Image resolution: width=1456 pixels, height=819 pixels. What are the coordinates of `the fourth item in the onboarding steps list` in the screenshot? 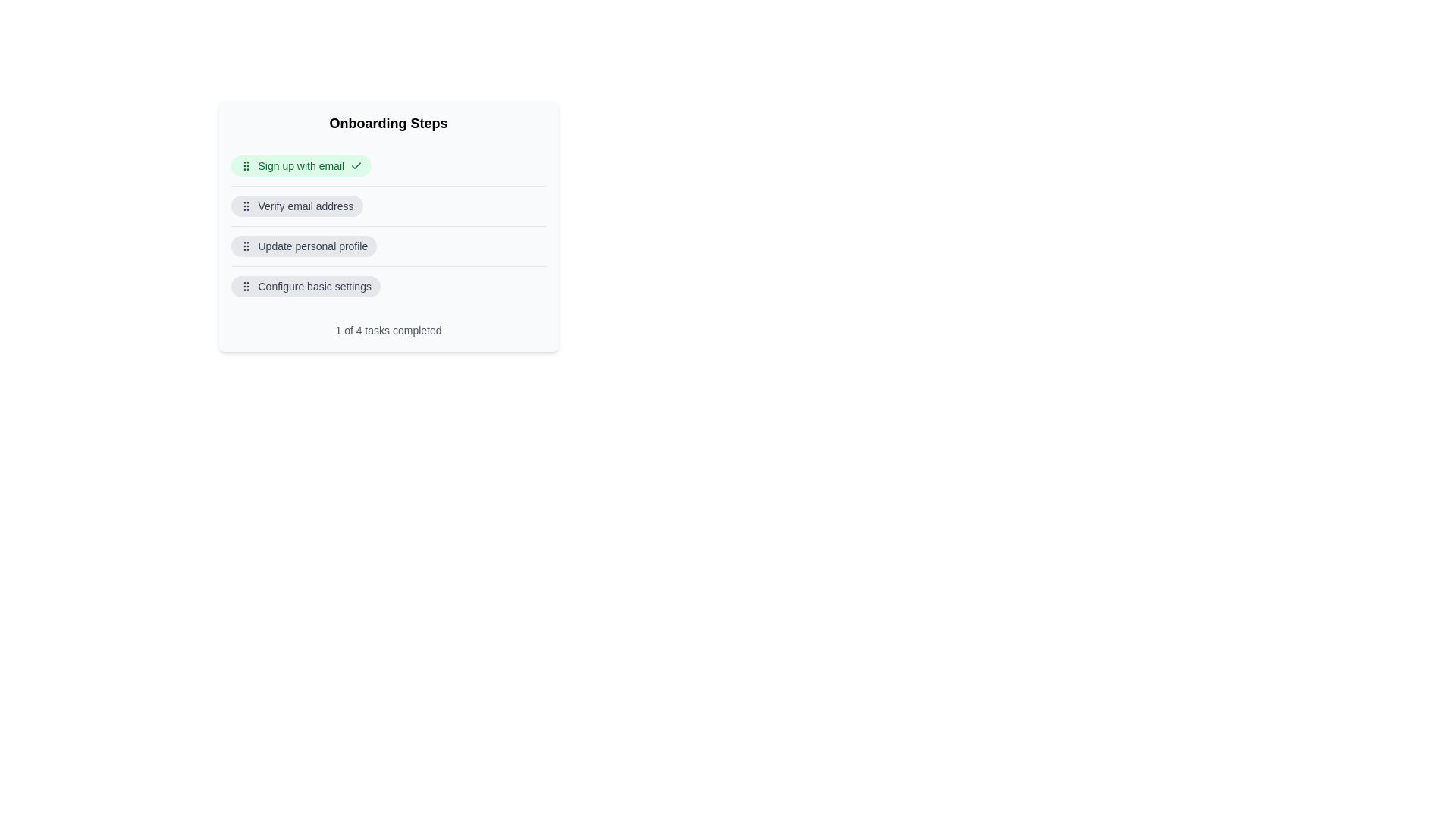 It's located at (388, 286).